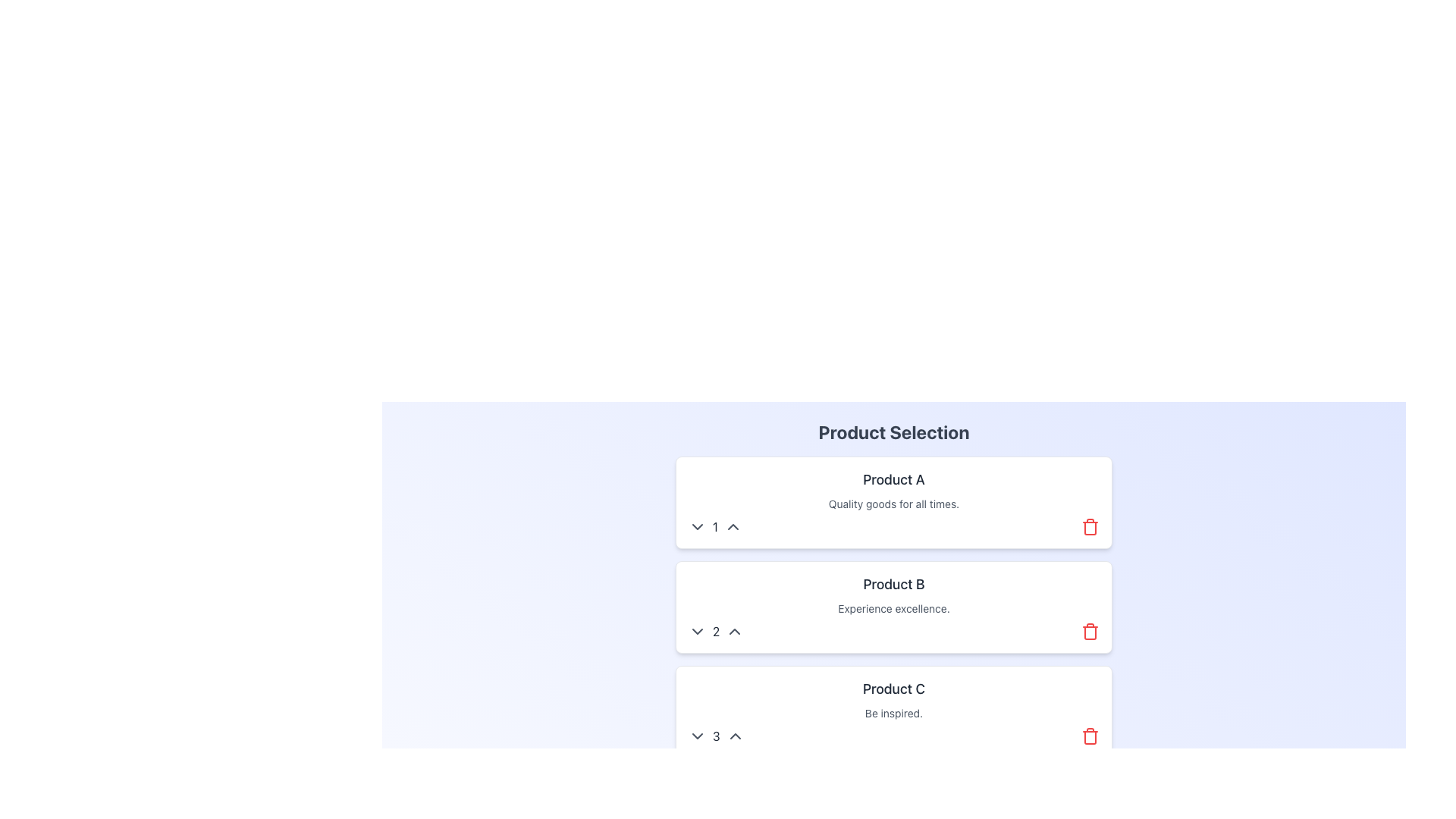 This screenshot has height=819, width=1456. What do you see at coordinates (1090, 632) in the screenshot?
I see `the delete button located to the far-right in the component row for Product B` at bounding box center [1090, 632].